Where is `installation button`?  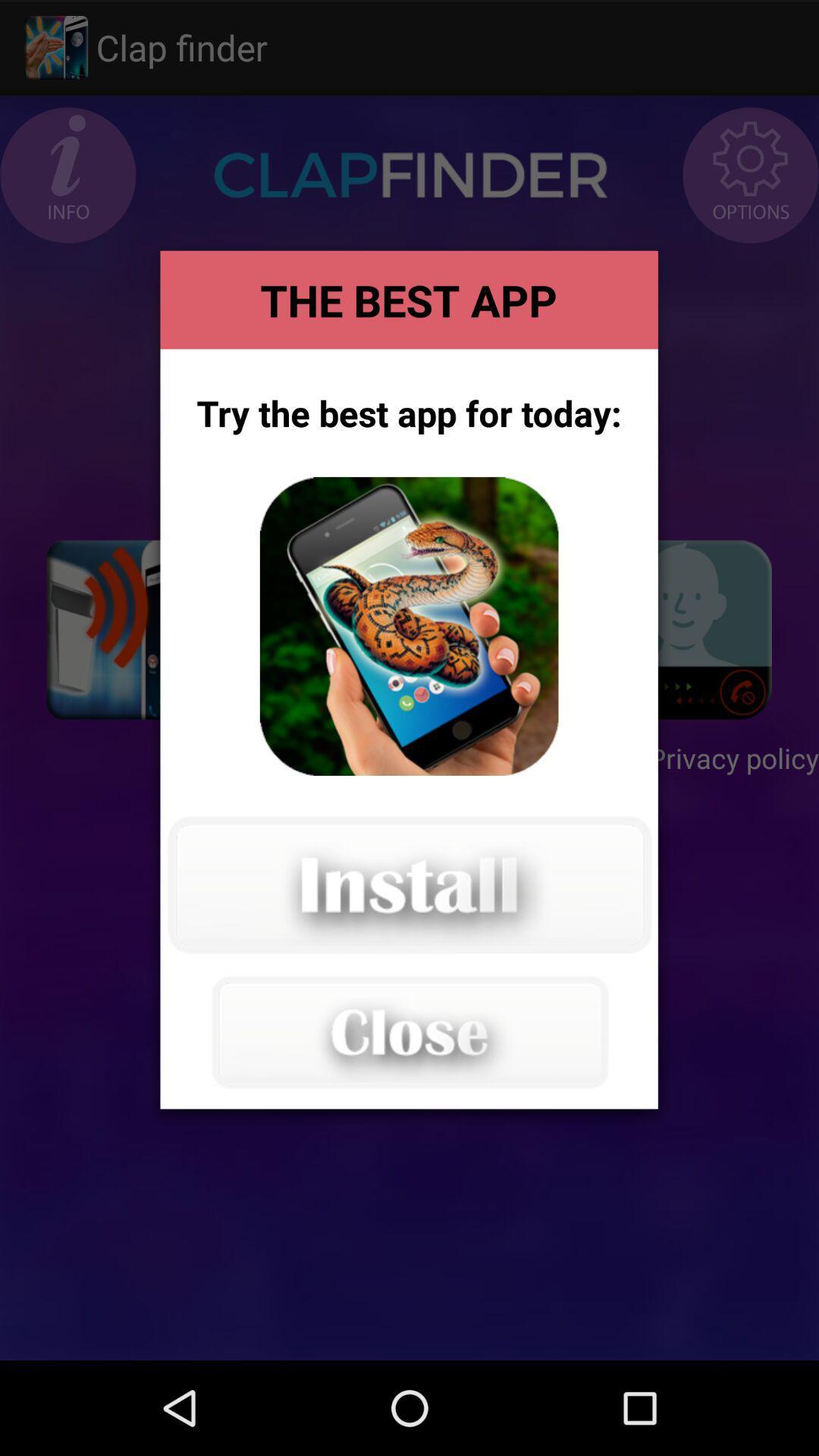
installation button is located at coordinates (408, 885).